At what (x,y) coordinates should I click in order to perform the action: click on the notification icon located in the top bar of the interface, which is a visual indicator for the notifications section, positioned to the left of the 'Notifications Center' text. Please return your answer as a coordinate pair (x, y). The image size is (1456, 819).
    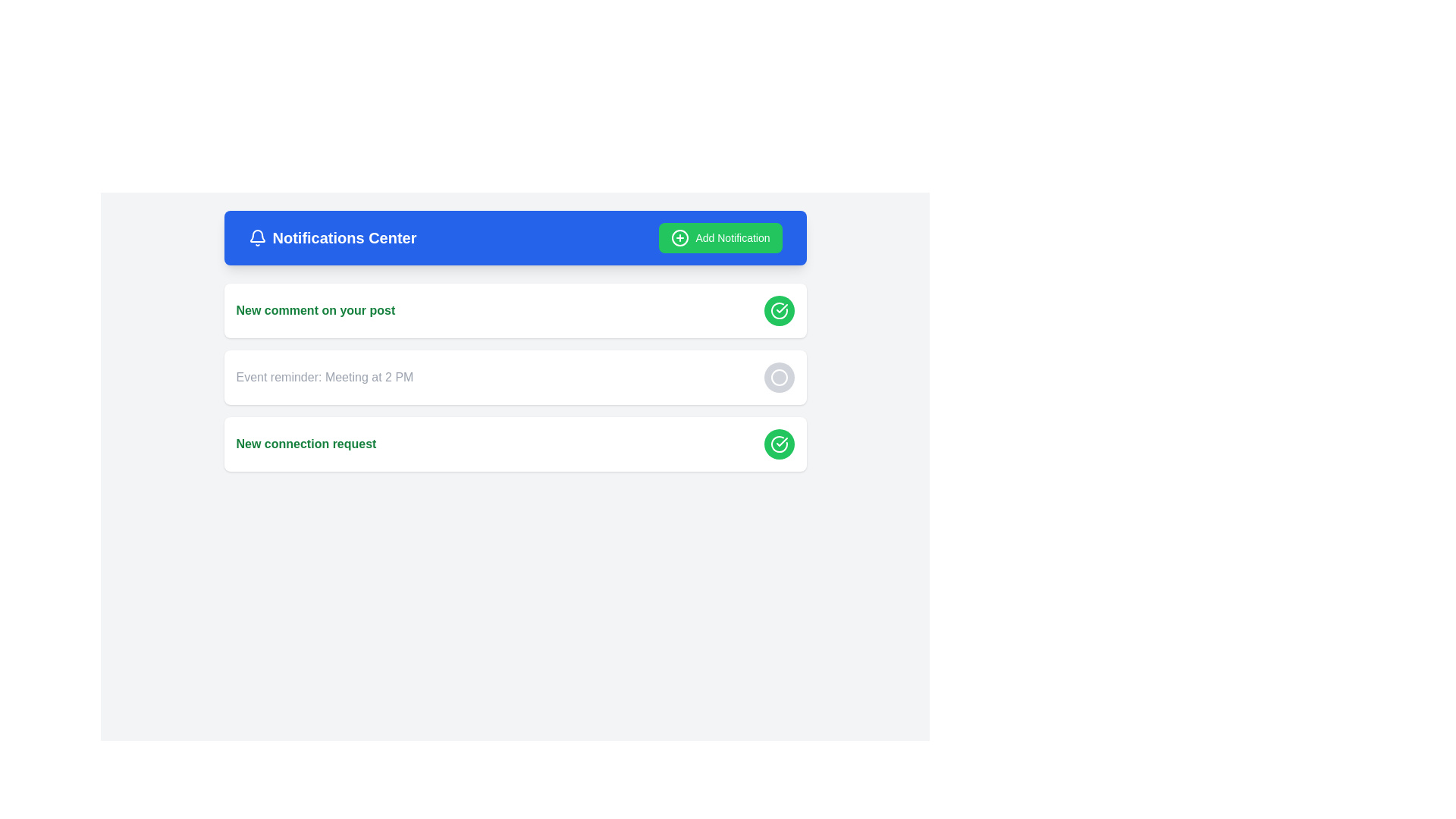
    Looking at the image, I should click on (257, 236).